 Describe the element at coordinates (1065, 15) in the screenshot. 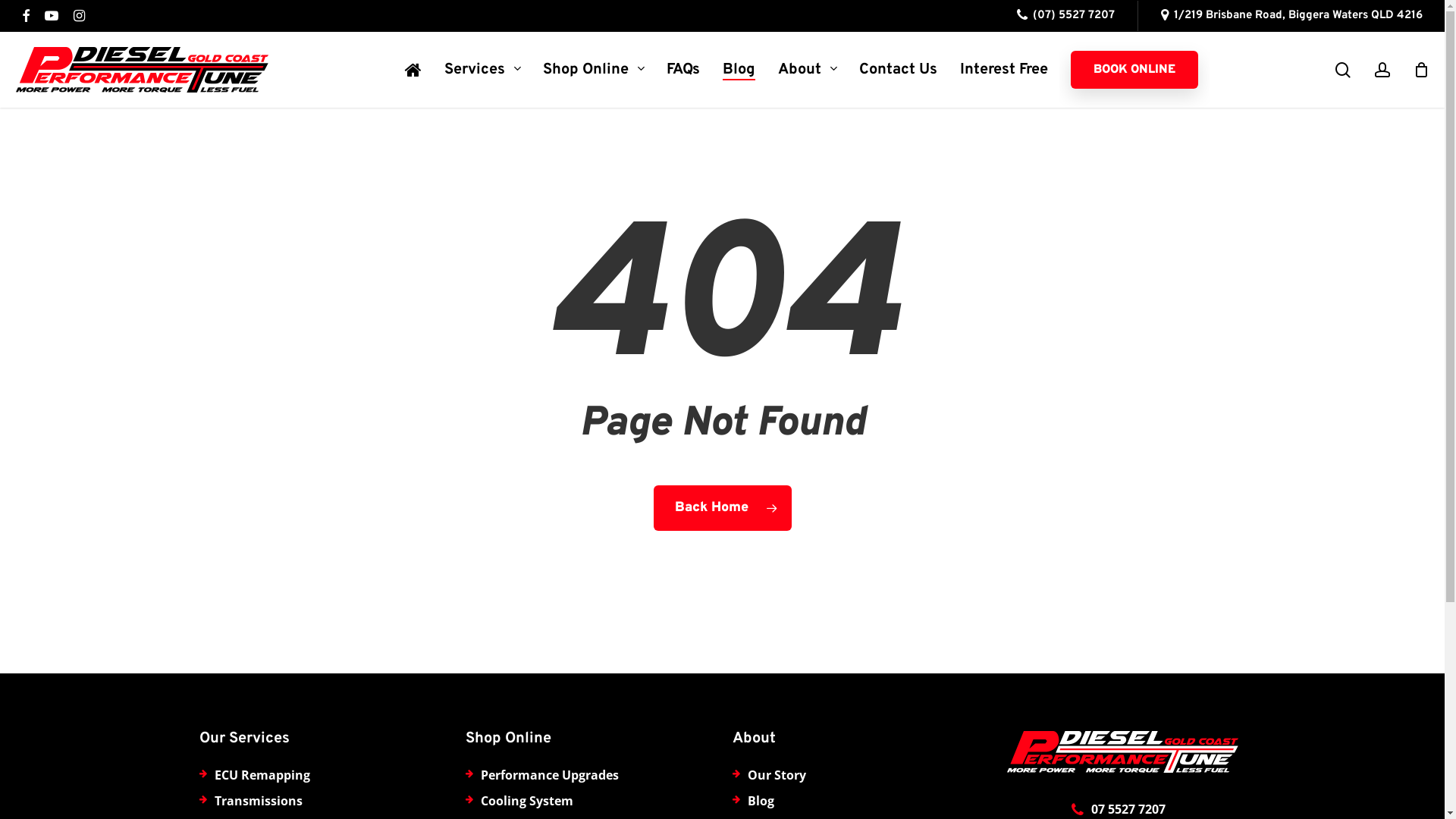

I see `'(07) 5527 7207'` at that location.